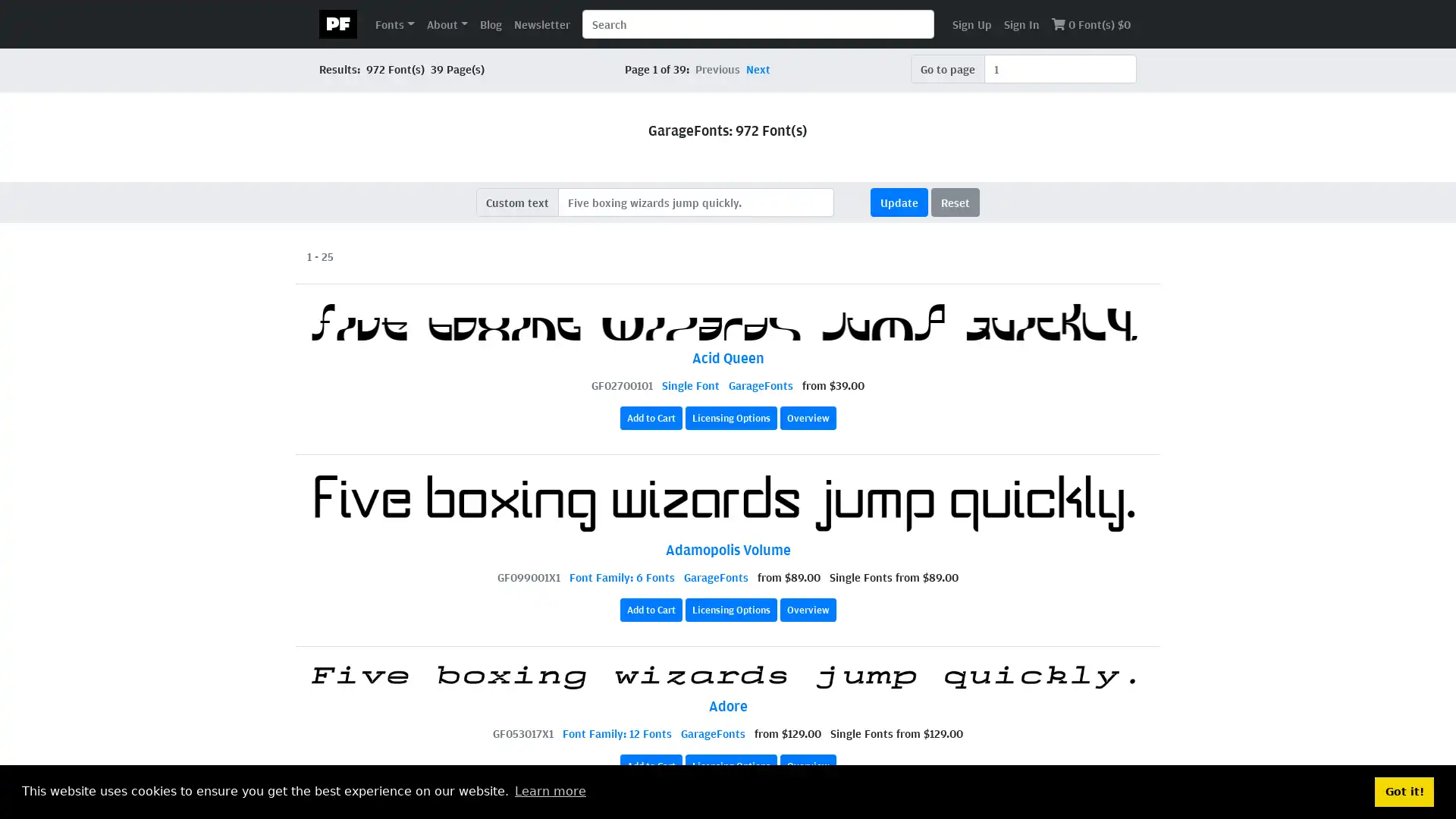  Describe the element at coordinates (549, 791) in the screenshot. I see `learn more about cookies` at that location.